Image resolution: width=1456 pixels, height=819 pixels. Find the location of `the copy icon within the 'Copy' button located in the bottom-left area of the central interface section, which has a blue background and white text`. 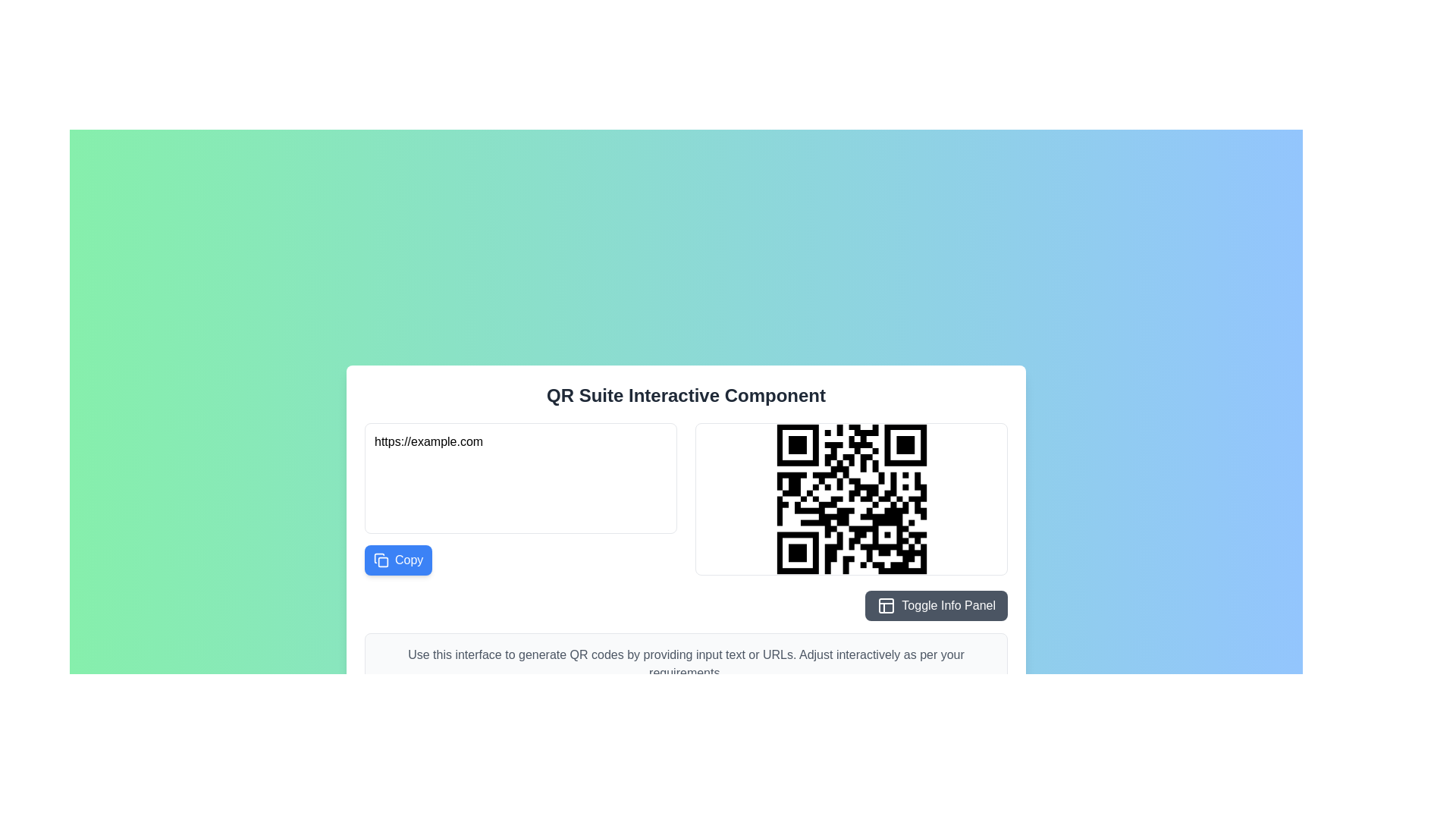

the copy icon within the 'Copy' button located in the bottom-left area of the central interface section, which has a blue background and white text is located at coordinates (381, 560).